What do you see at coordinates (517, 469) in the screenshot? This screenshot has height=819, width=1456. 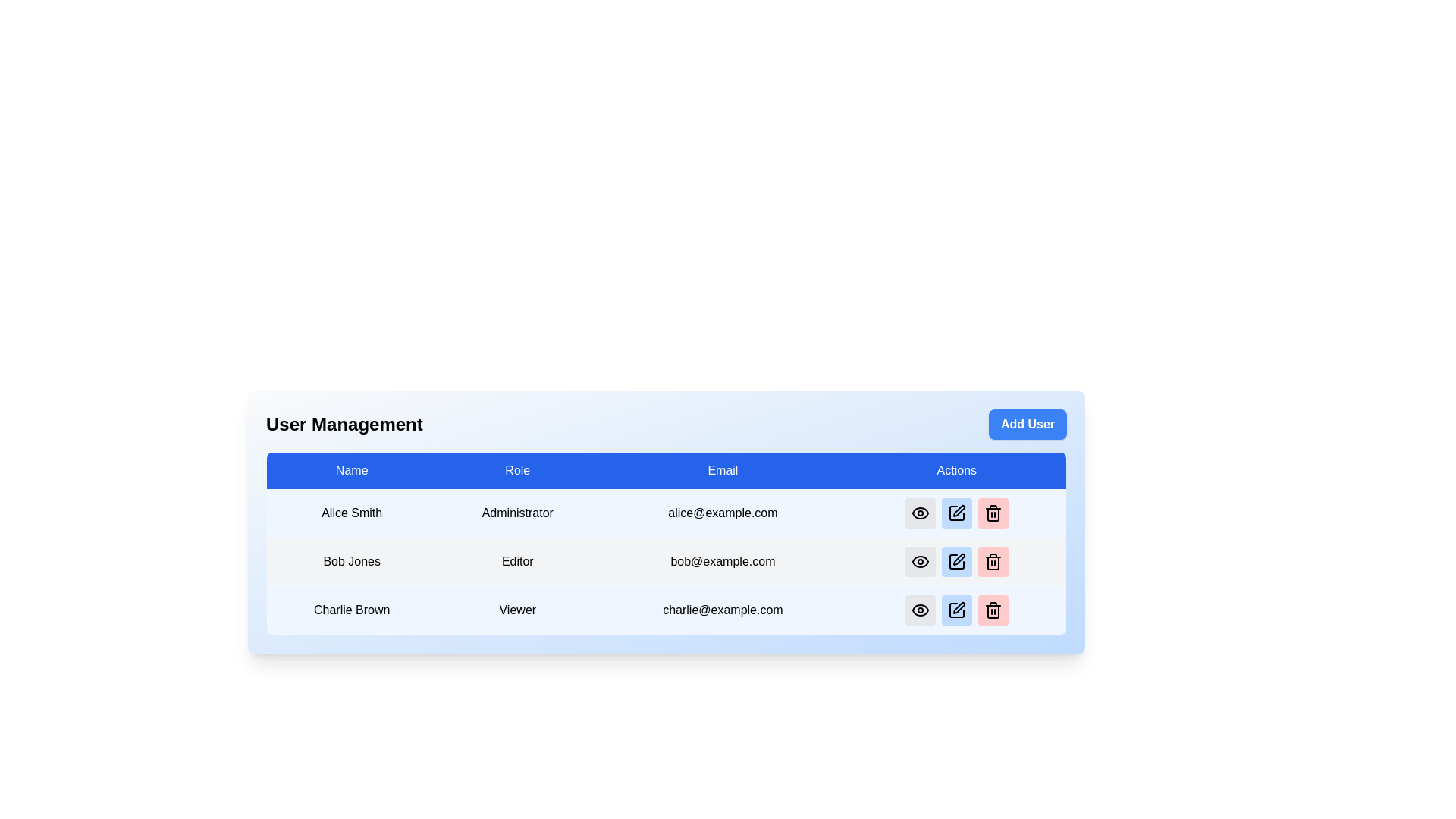 I see `text from the 'Role' header cell in the user management table, which is the second column header located between the 'Name' and 'Email' columns` at bounding box center [517, 469].